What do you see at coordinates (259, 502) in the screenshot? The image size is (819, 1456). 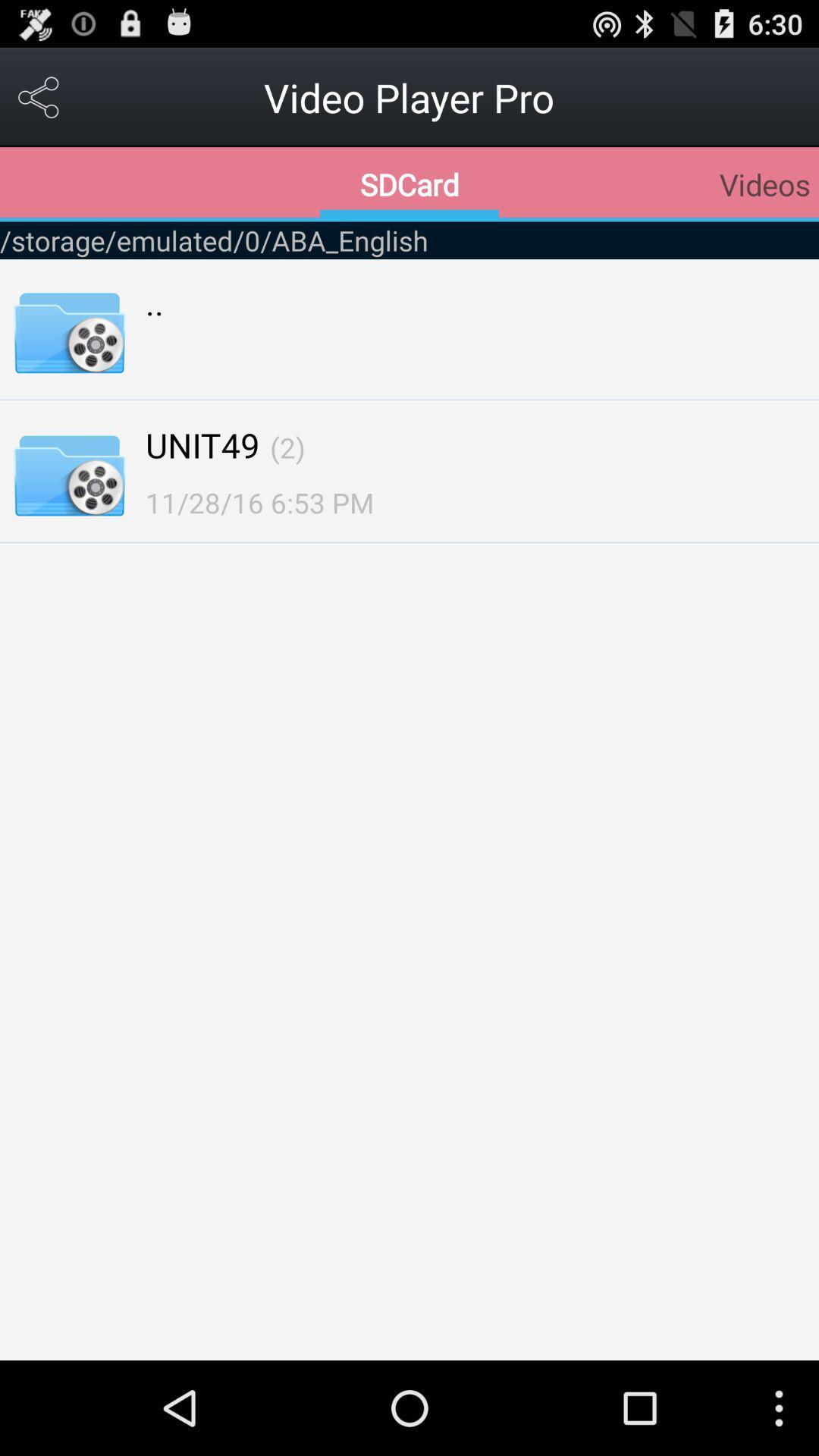 I see `the item on the left` at bounding box center [259, 502].